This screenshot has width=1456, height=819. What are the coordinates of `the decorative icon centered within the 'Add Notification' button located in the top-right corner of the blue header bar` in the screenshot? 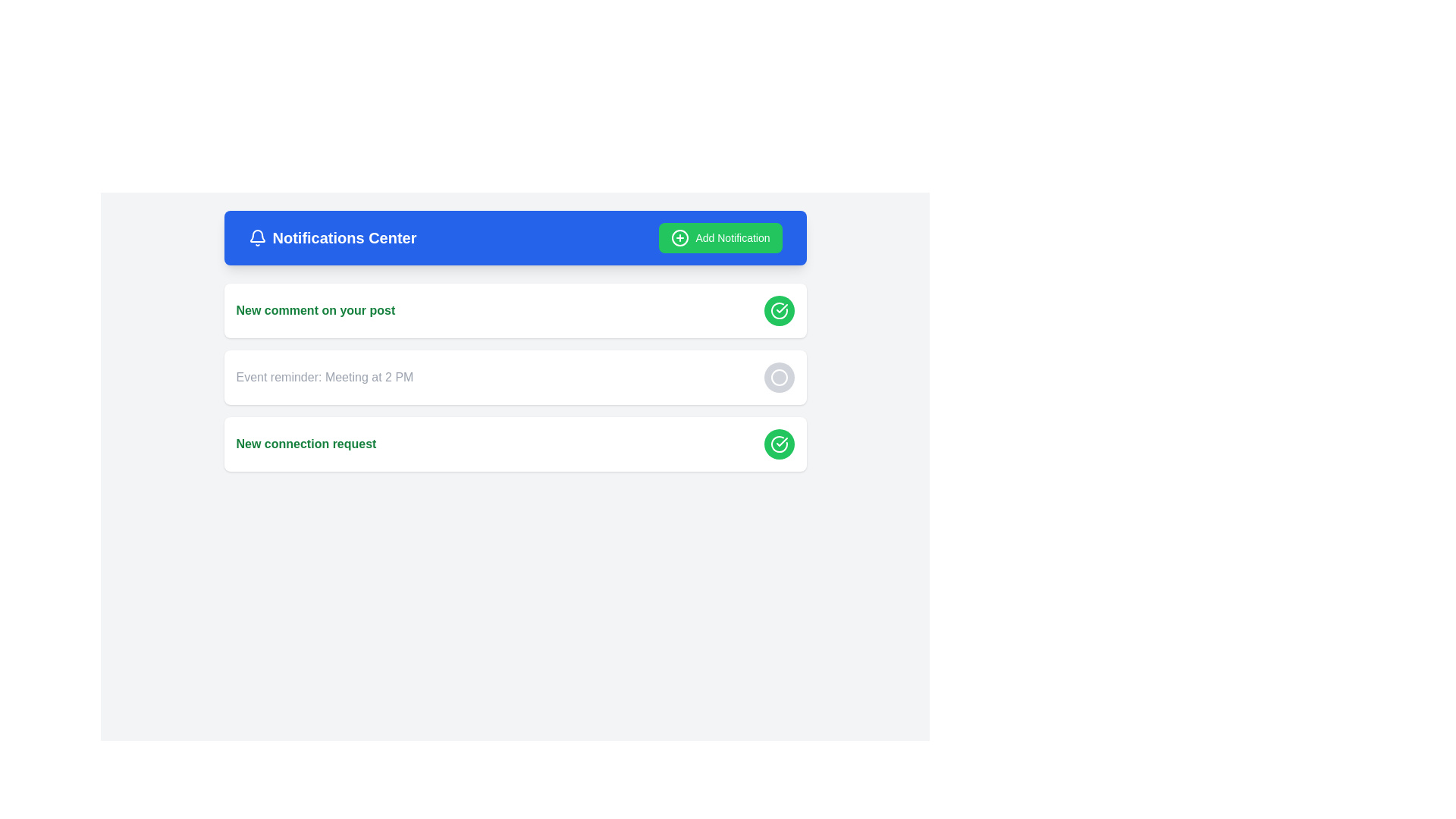 It's located at (679, 237).